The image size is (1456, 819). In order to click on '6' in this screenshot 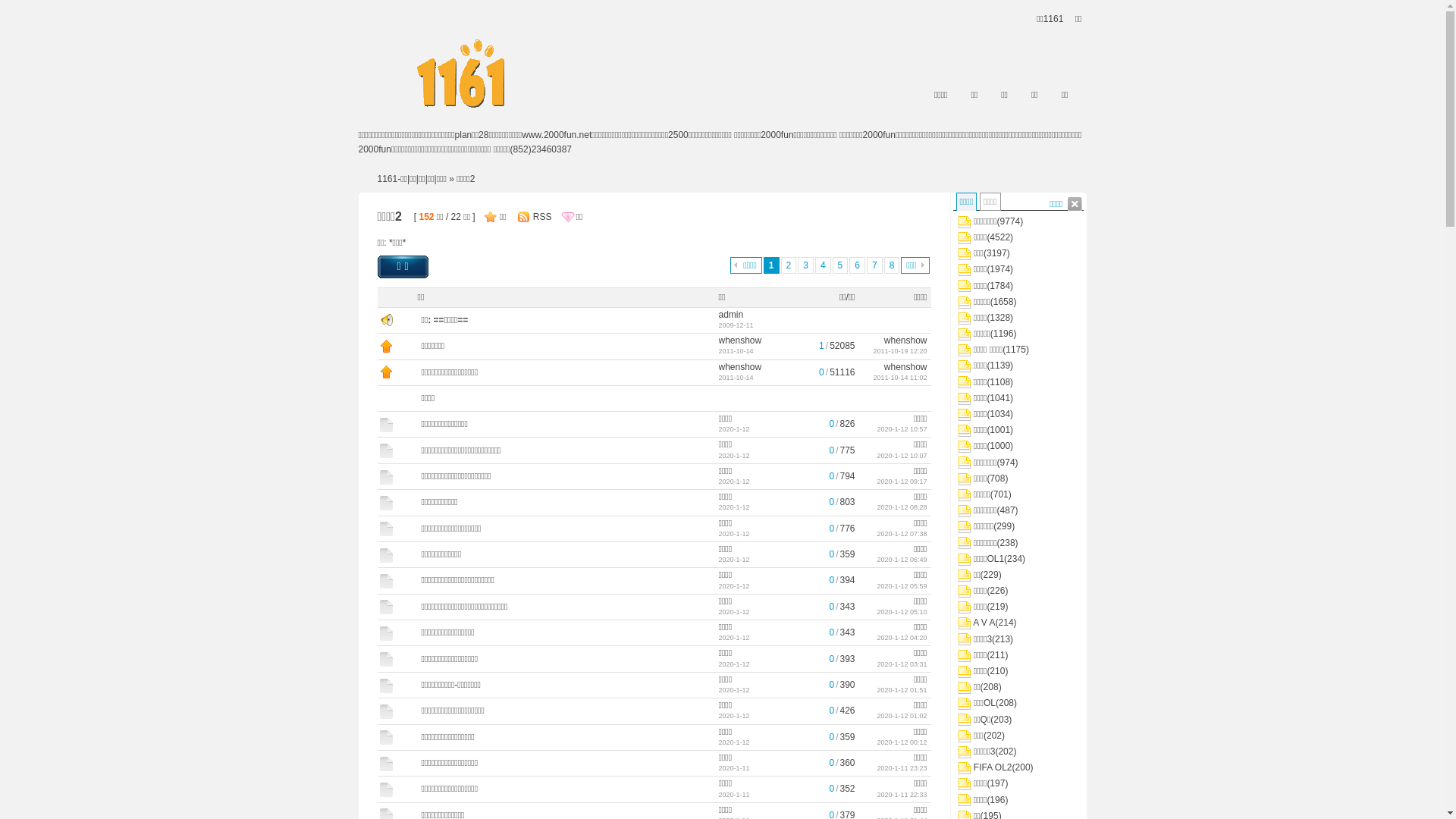, I will do `click(857, 265)`.